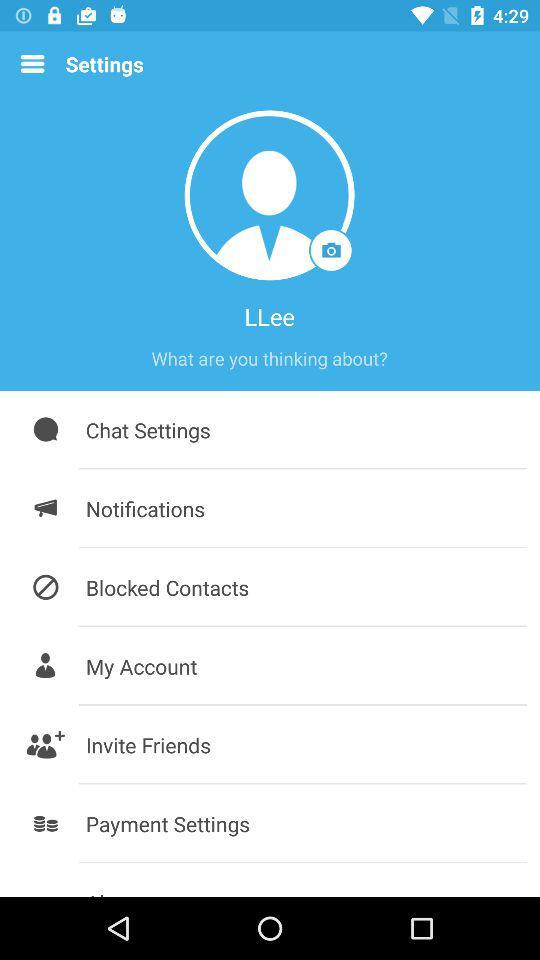 The width and height of the screenshot is (540, 960). What do you see at coordinates (269, 358) in the screenshot?
I see `item above the chat settings icon` at bounding box center [269, 358].